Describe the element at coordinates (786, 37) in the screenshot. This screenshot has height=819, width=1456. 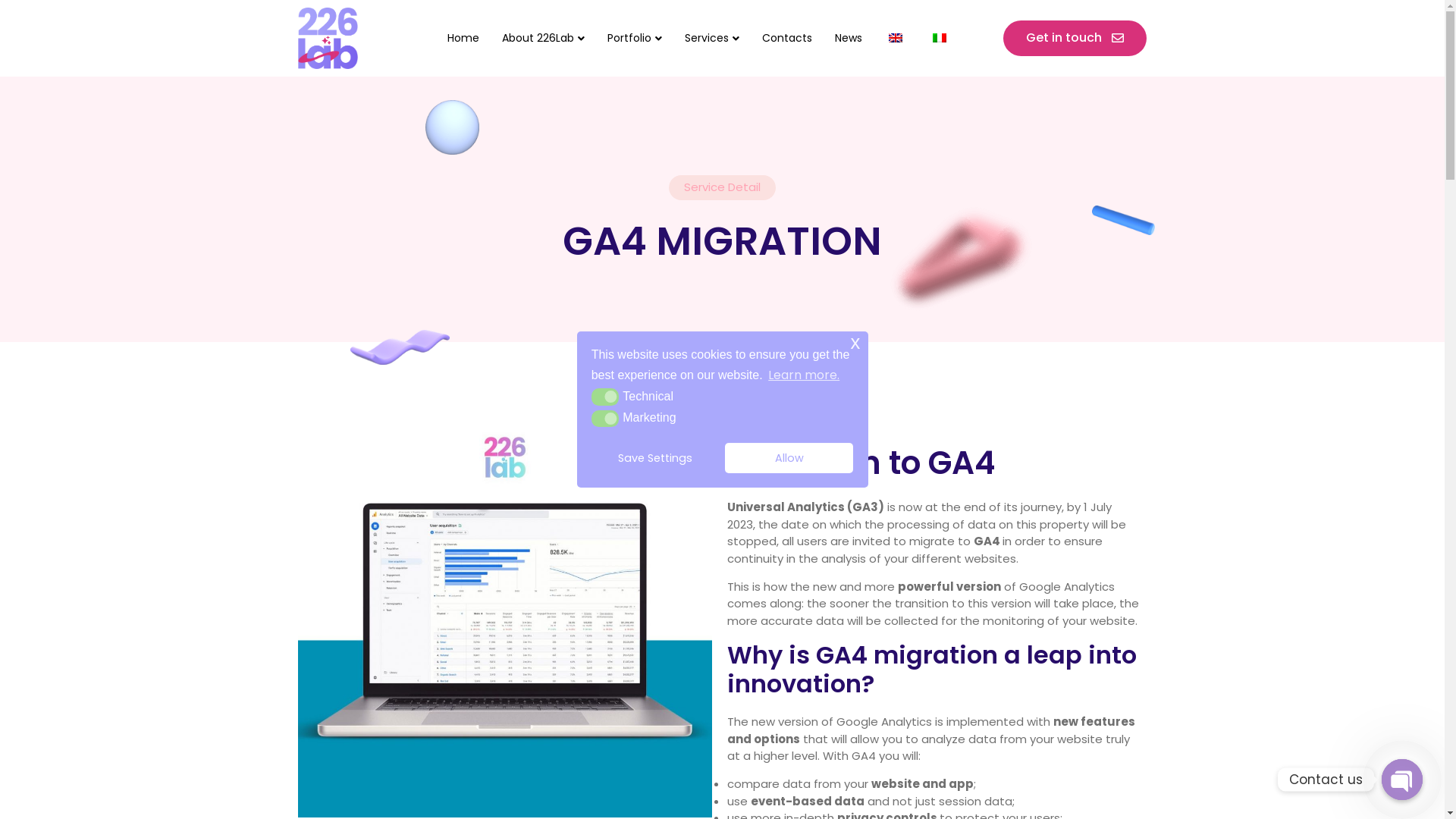
I see `'Contacts'` at that location.